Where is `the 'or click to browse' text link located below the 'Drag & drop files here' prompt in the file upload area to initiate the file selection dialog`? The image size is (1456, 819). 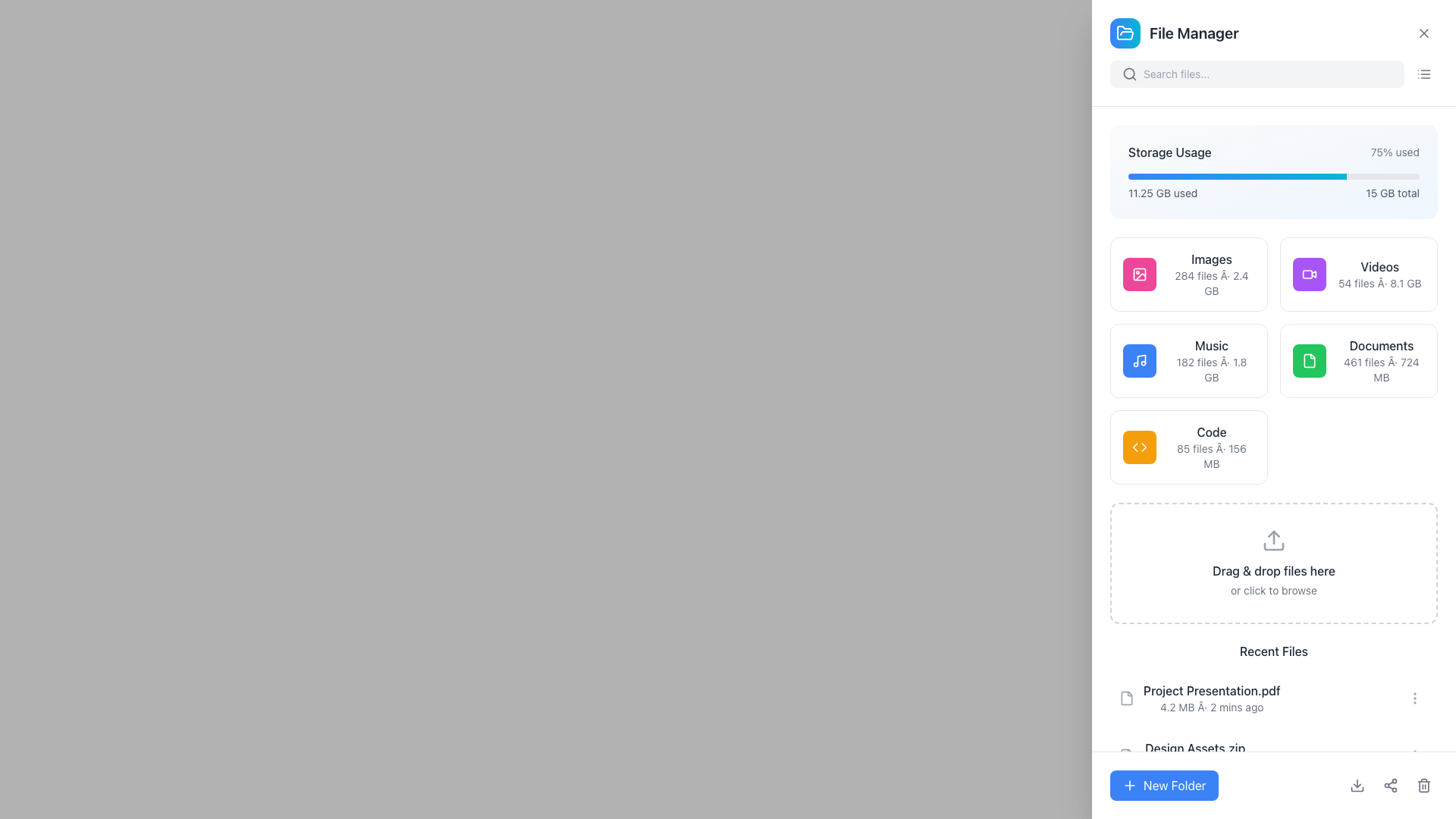
the 'or click to browse' text link located below the 'Drag & drop files here' prompt in the file upload area to initiate the file selection dialog is located at coordinates (1274, 590).